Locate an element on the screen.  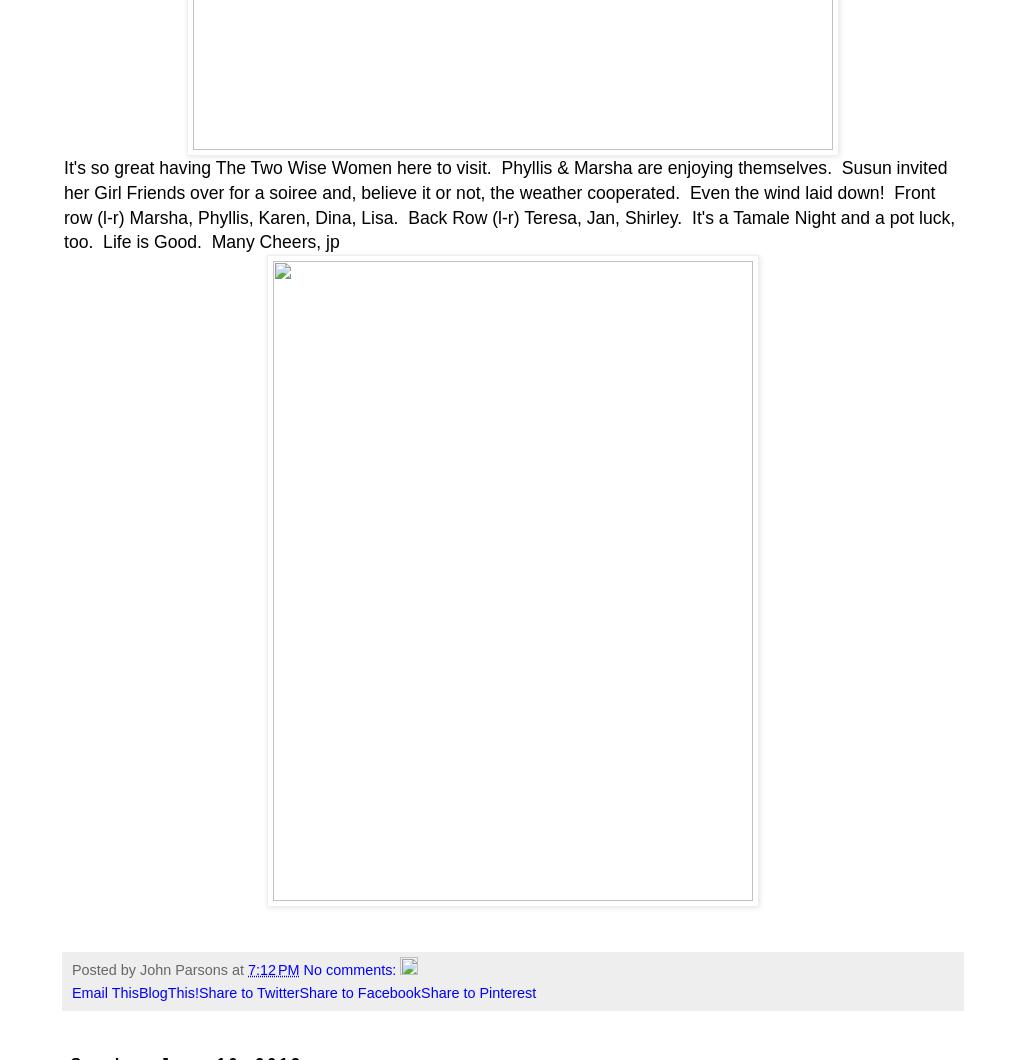
'John Parsons' is located at coordinates (183, 969).